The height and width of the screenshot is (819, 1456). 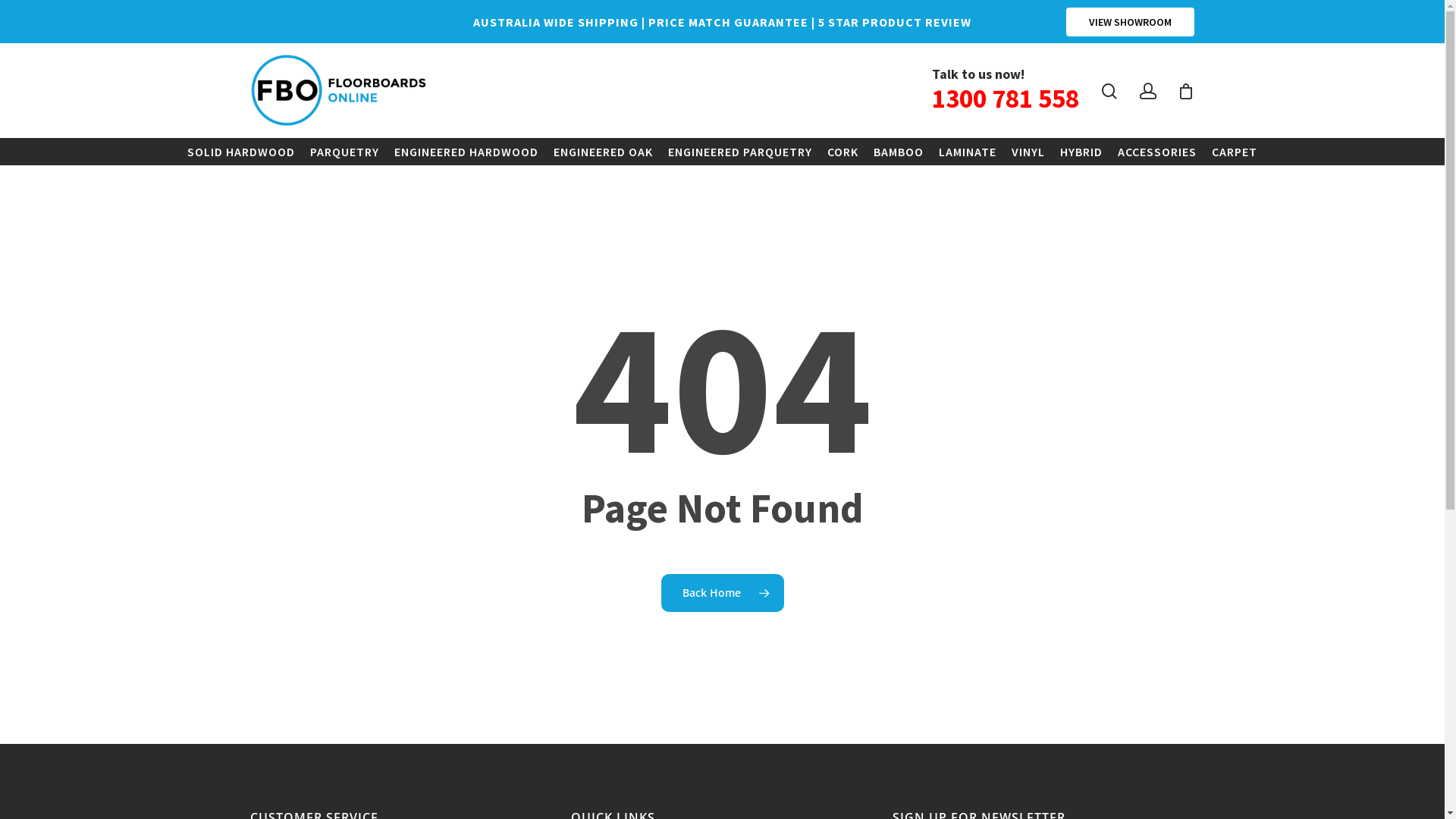 What do you see at coordinates (842, 152) in the screenshot?
I see `'CORK'` at bounding box center [842, 152].